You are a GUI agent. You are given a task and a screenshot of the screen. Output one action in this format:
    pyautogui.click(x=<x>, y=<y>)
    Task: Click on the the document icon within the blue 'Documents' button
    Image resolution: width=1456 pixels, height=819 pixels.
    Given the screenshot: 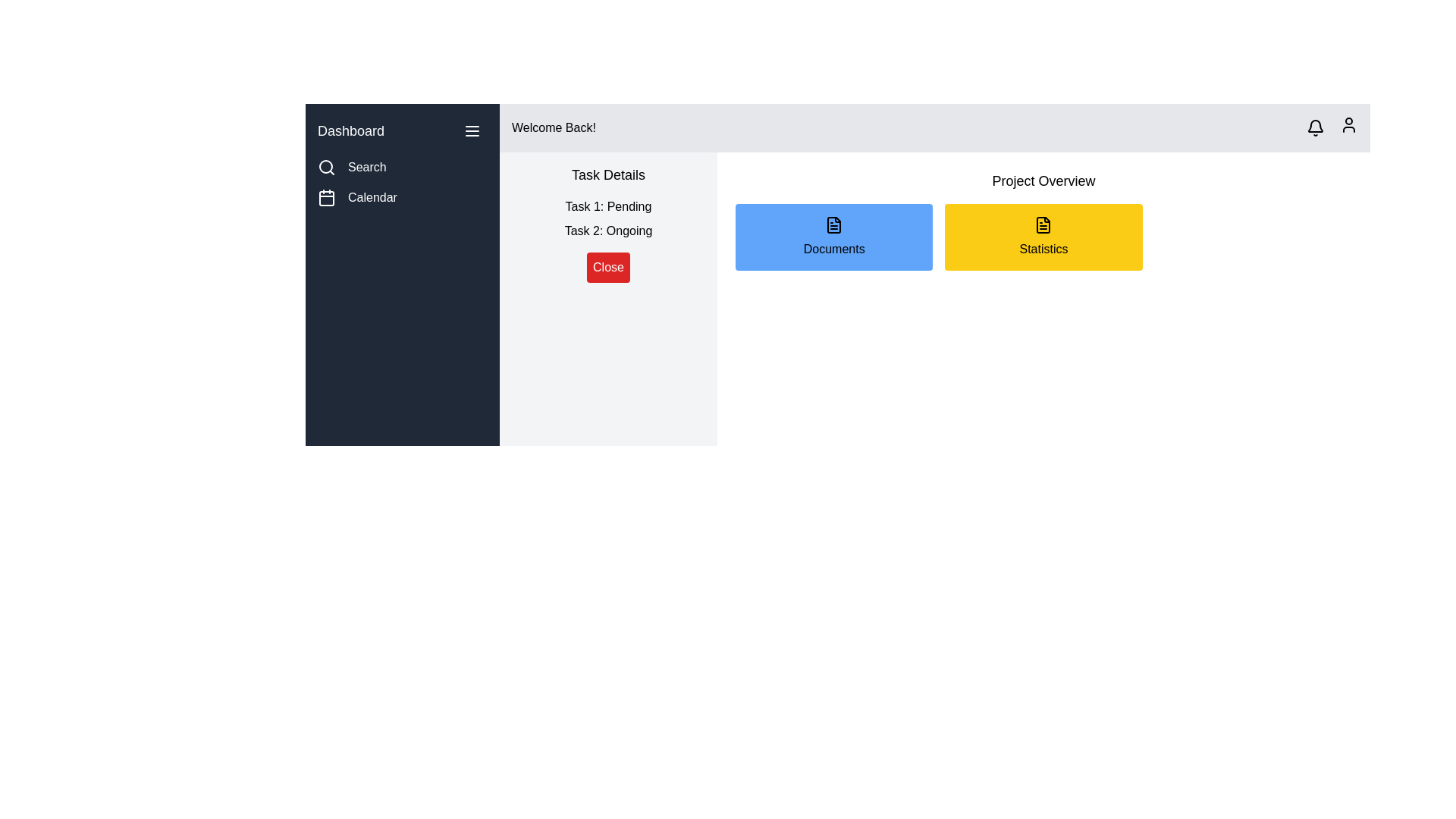 What is the action you would take?
    pyautogui.click(x=833, y=225)
    